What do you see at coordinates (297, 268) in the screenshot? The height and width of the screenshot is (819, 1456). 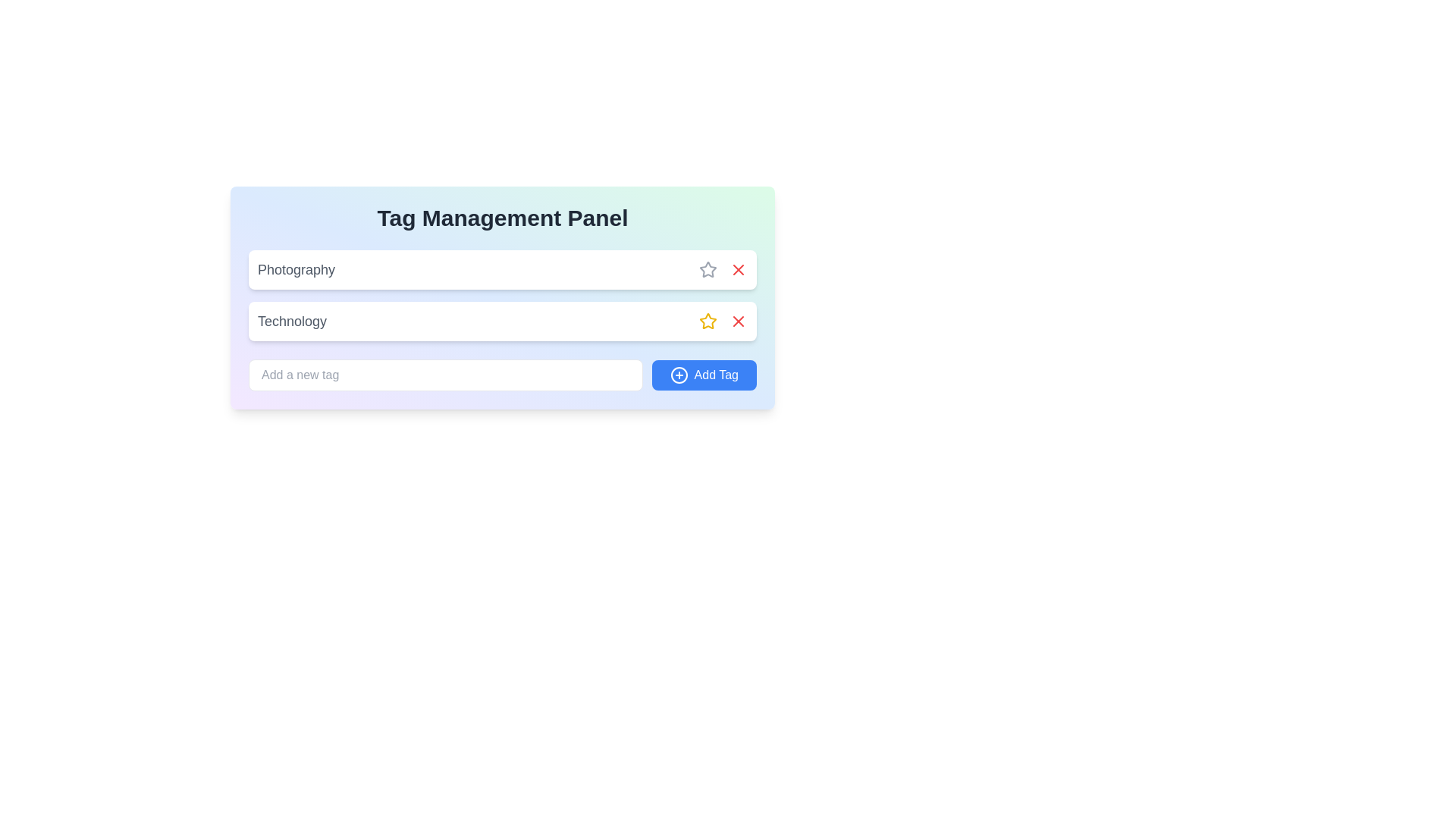 I see `the first tag label in the Tag Management Panel, which is positioned above the item labeled 'Technology'` at bounding box center [297, 268].